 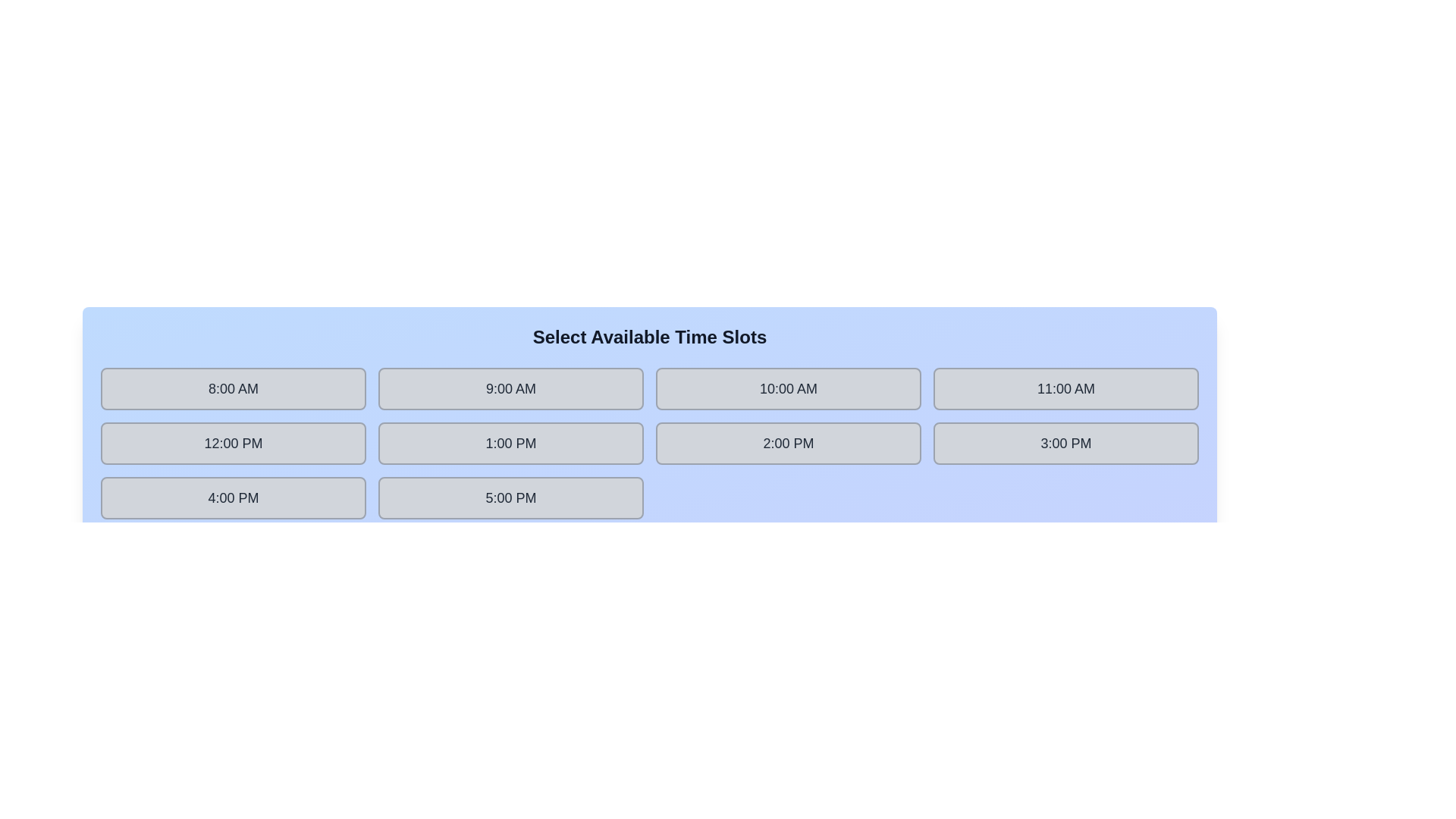 What do you see at coordinates (1065, 388) in the screenshot?
I see `the time slot labeled 11:00 AM` at bounding box center [1065, 388].